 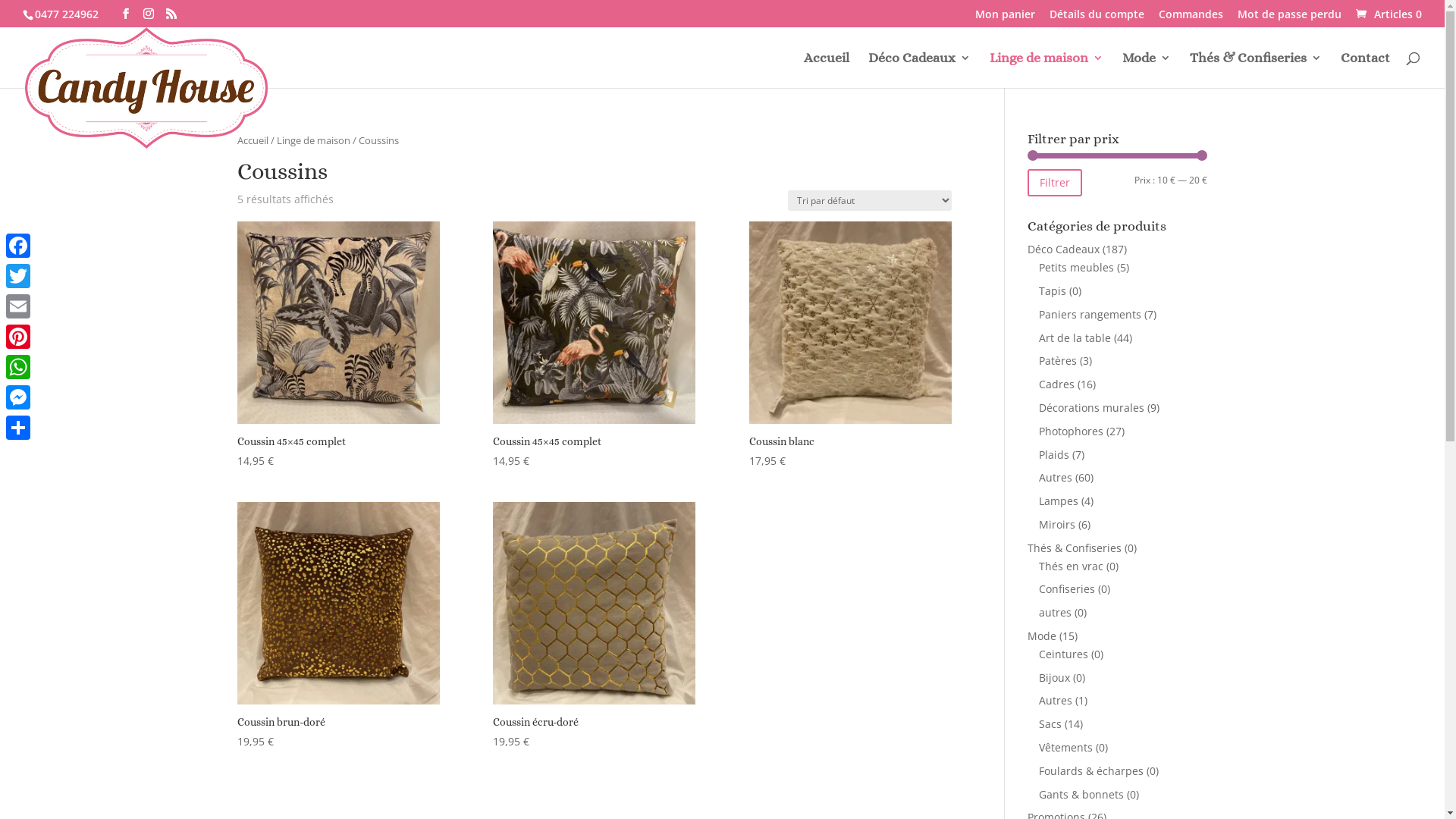 What do you see at coordinates (1089, 313) in the screenshot?
I see `'Paniers rangements'` at bounding box center [1089, 313].